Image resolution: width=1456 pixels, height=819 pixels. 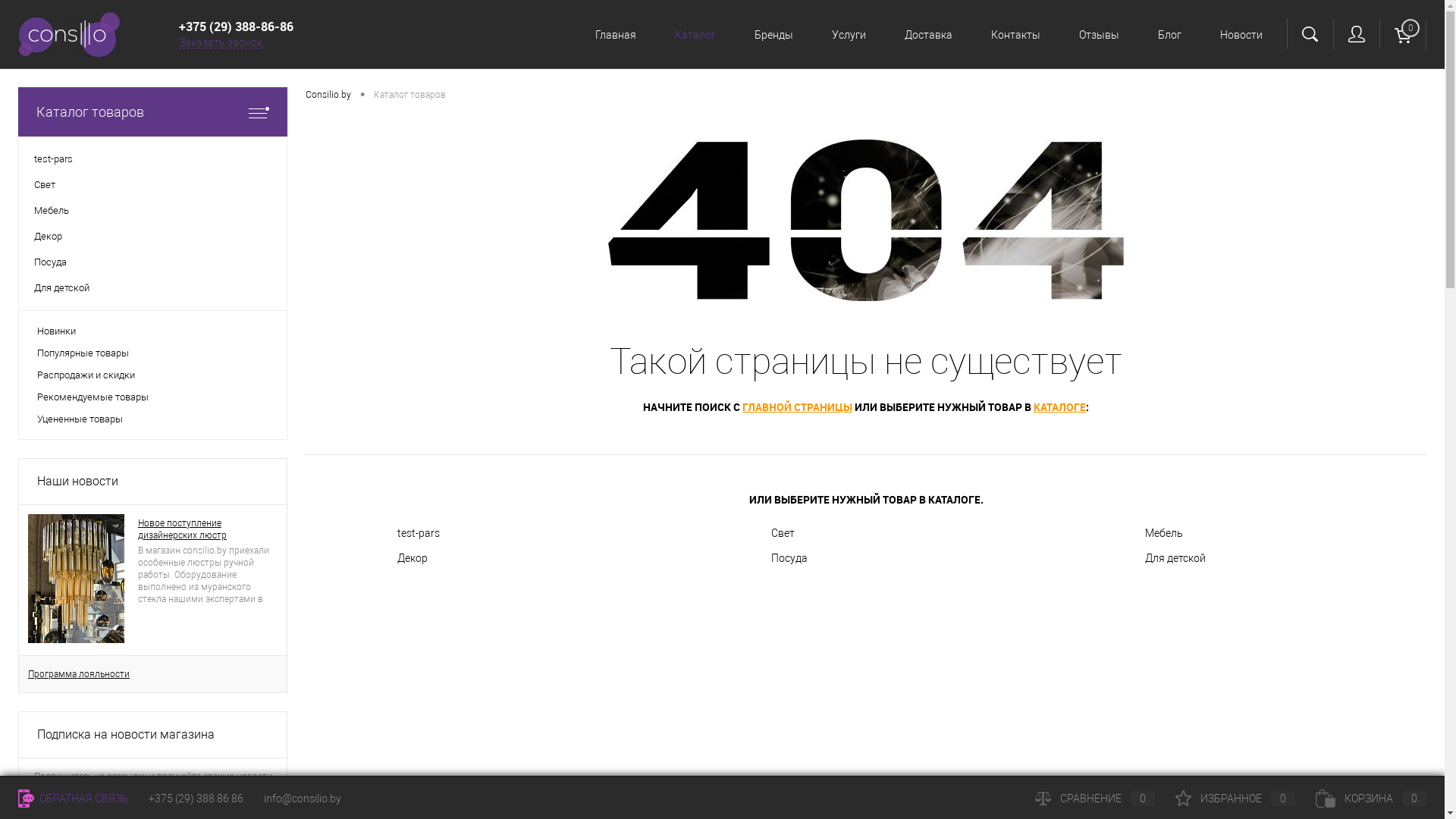 What do you see at coordinates (195, 798) in the screenshot?
I see `'+375 (29) 388 86 86'` at bounding box center [195, 798].